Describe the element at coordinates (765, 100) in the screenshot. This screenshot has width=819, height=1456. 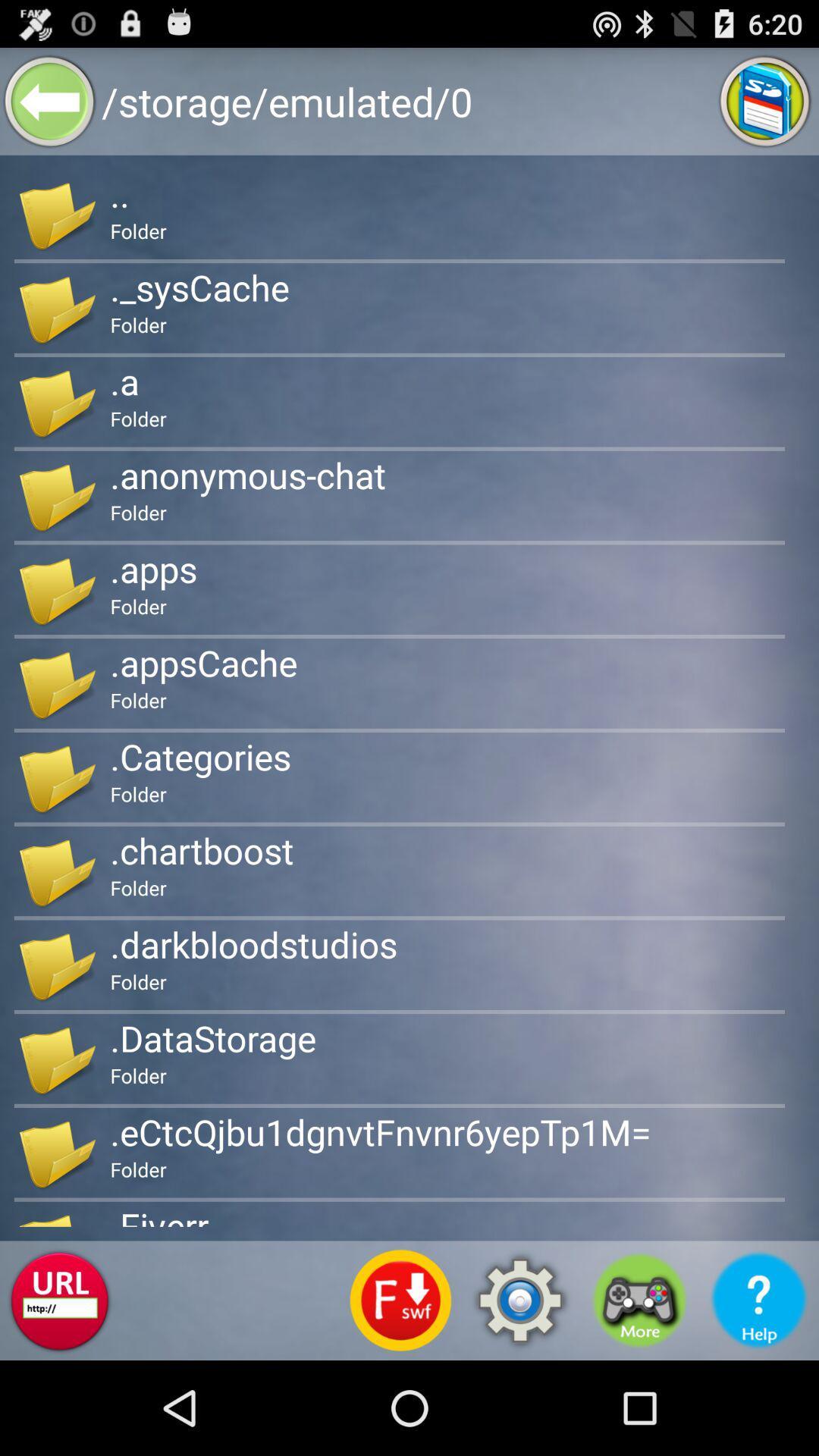
I see `access memory` at that location.